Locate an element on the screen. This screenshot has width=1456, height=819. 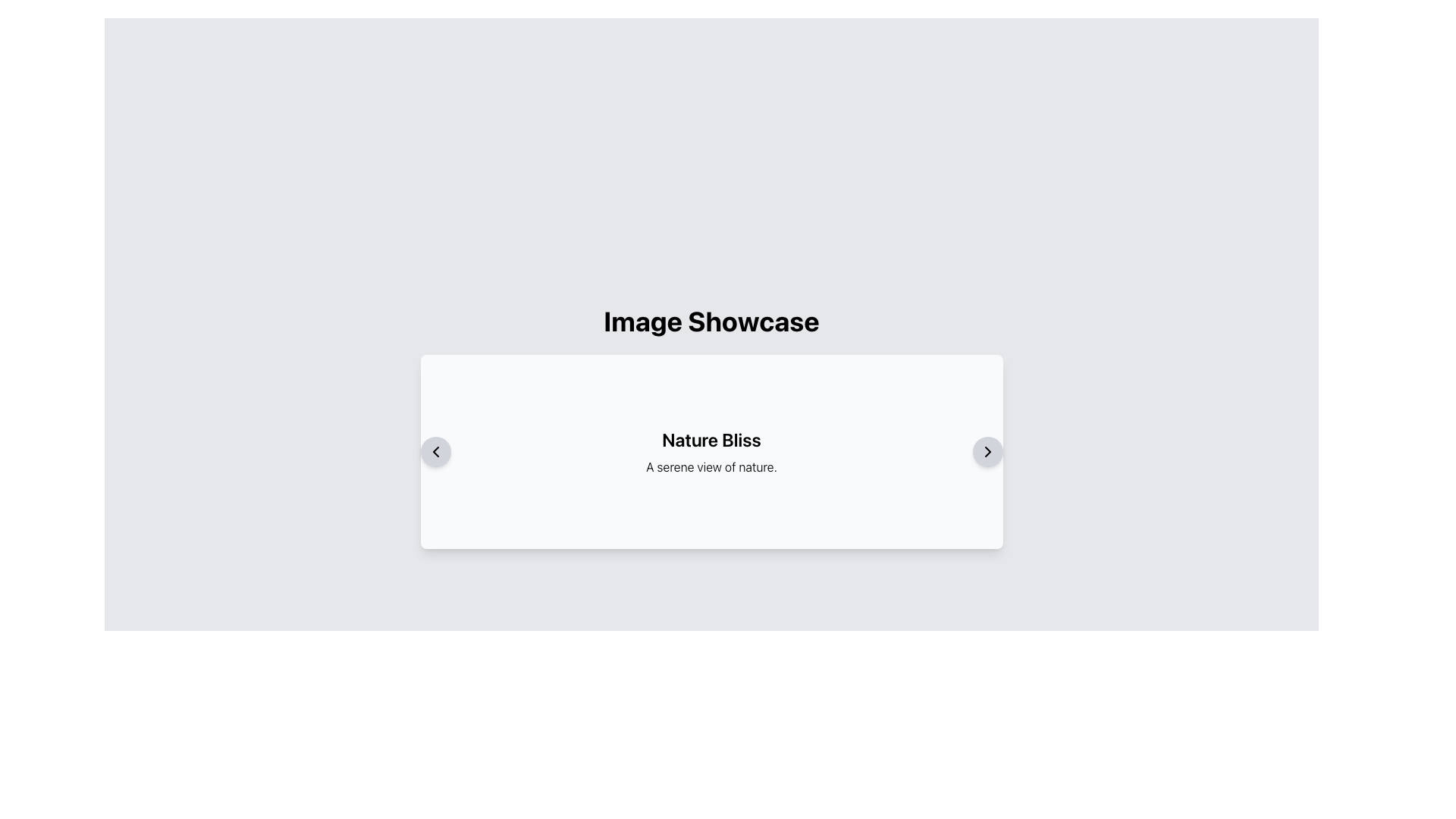
text block located at the center of the light gray rectangular background, which serves as a descriptive title and subtitle for the content section is located at coordinates (711, 451).